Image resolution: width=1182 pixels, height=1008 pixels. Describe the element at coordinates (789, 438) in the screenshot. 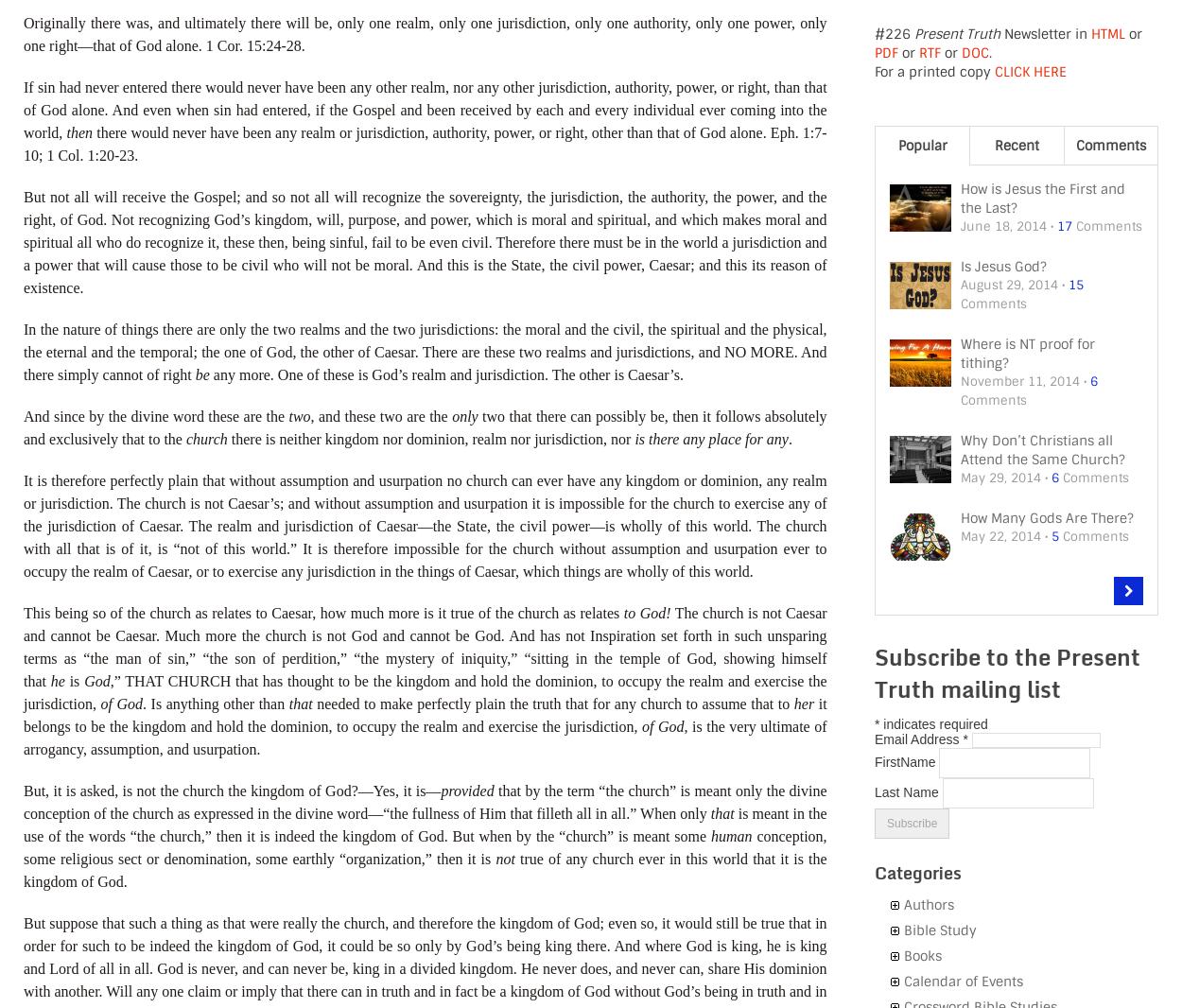

I see `'.'` at that location.